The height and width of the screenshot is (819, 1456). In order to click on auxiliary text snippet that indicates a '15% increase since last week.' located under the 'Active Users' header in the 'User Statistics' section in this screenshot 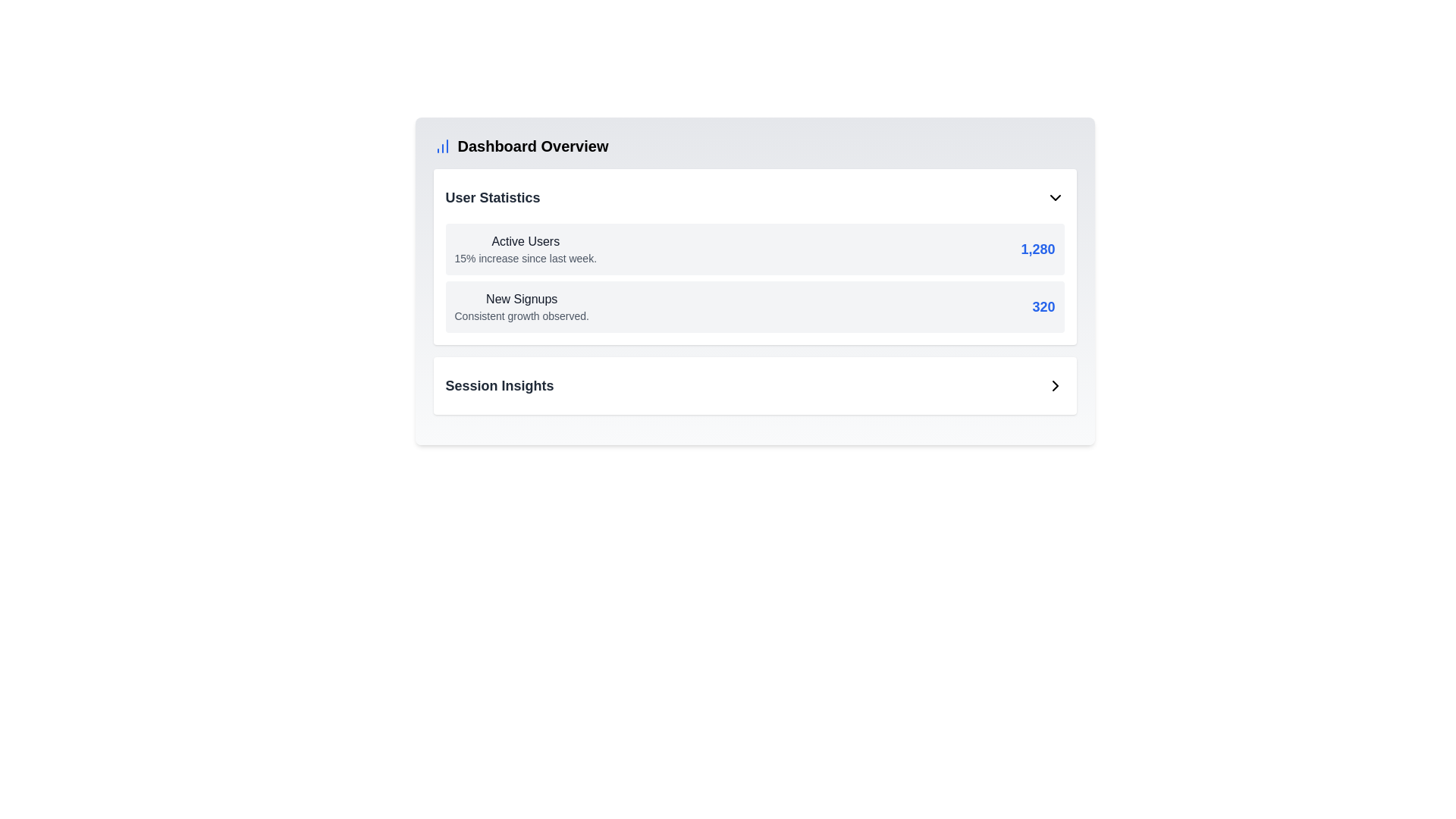, I will do `click(526, 257)`.